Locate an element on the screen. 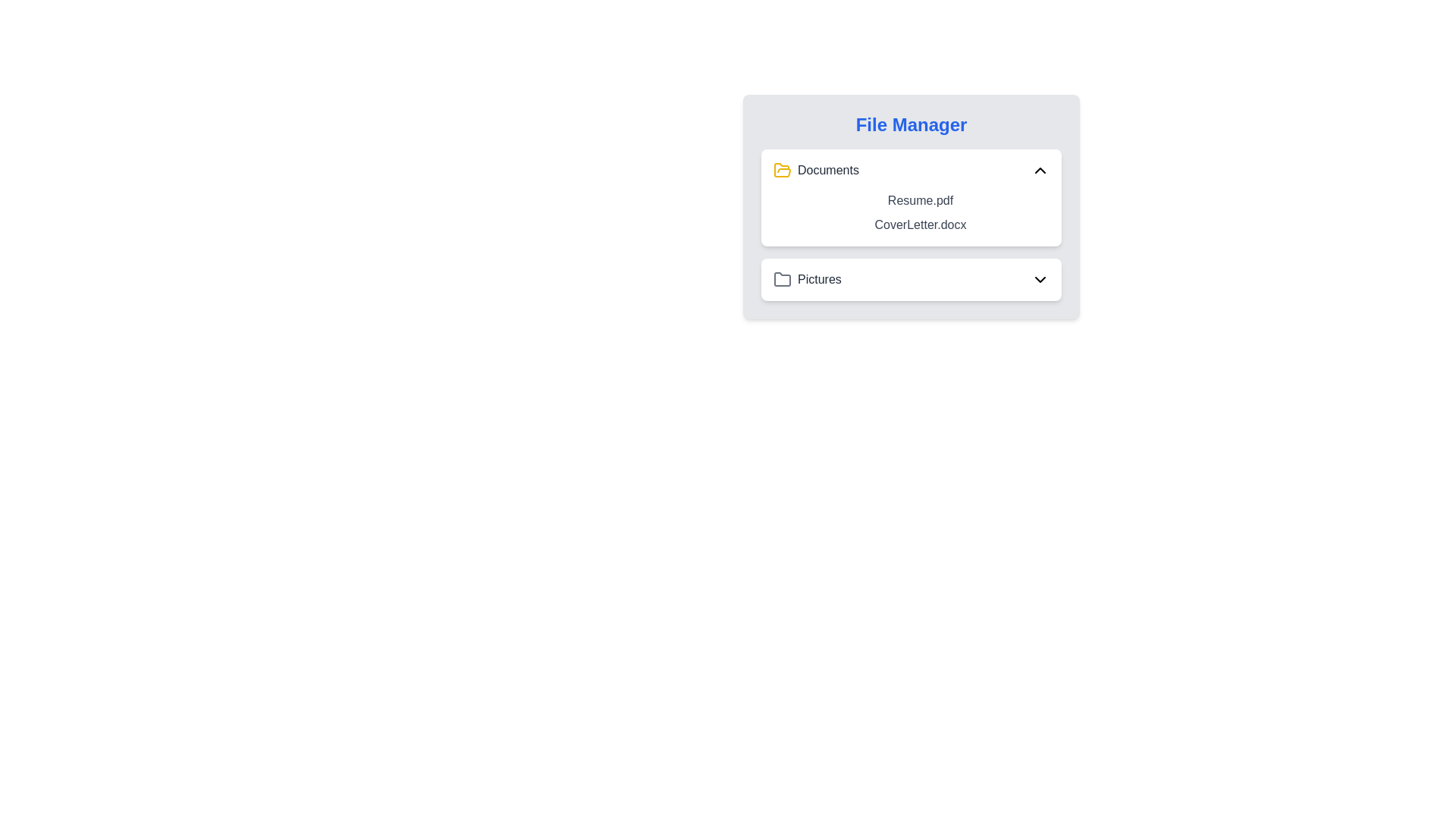  the text label displaying the filename 'CoverLetter.docx' is located at coordinates (920, 225).